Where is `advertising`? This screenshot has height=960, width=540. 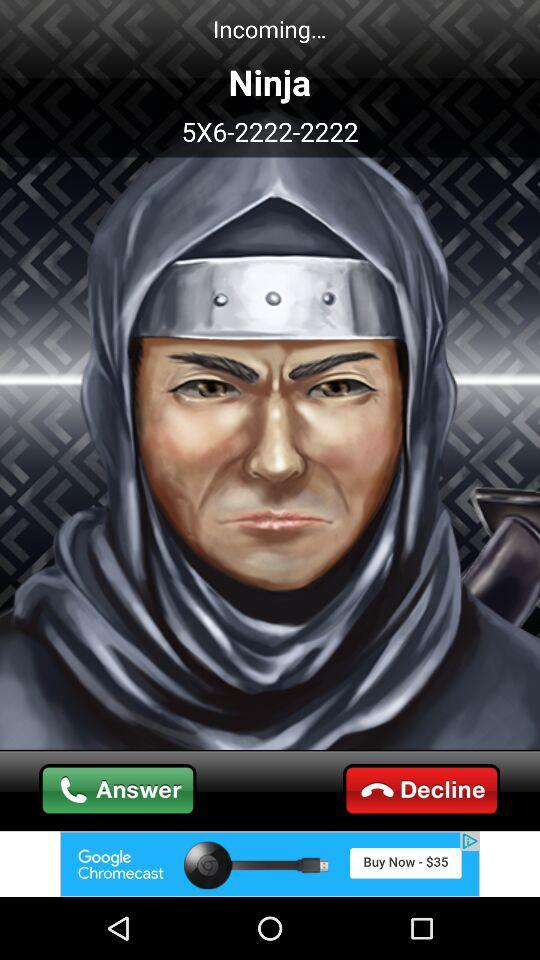
advertising is located at coordinates (270, 863).